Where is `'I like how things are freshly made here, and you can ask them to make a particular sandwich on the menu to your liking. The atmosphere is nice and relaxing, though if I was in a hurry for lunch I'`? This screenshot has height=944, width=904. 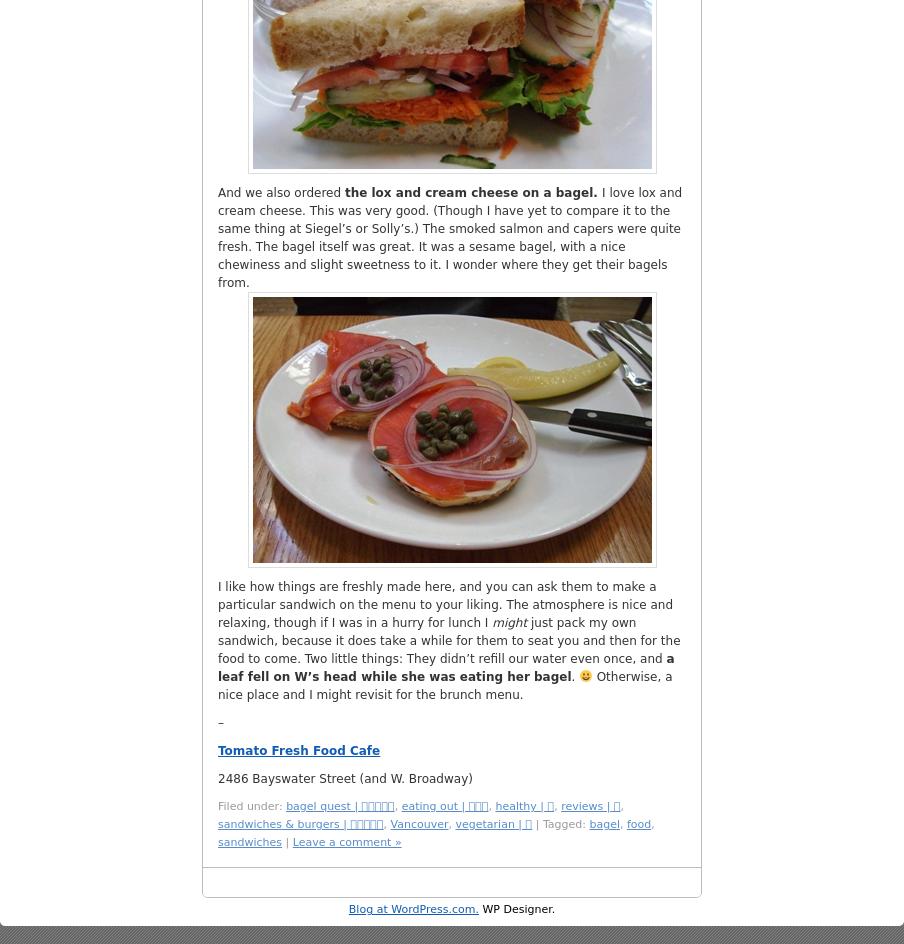
'I like how things are freshly made here, and you can ask them to make a particular sandwich on the menu to your liking. The atmosphere is nice and relaxing, though if I was in a hurry for lunch I' is located at coordinates (445, 605).